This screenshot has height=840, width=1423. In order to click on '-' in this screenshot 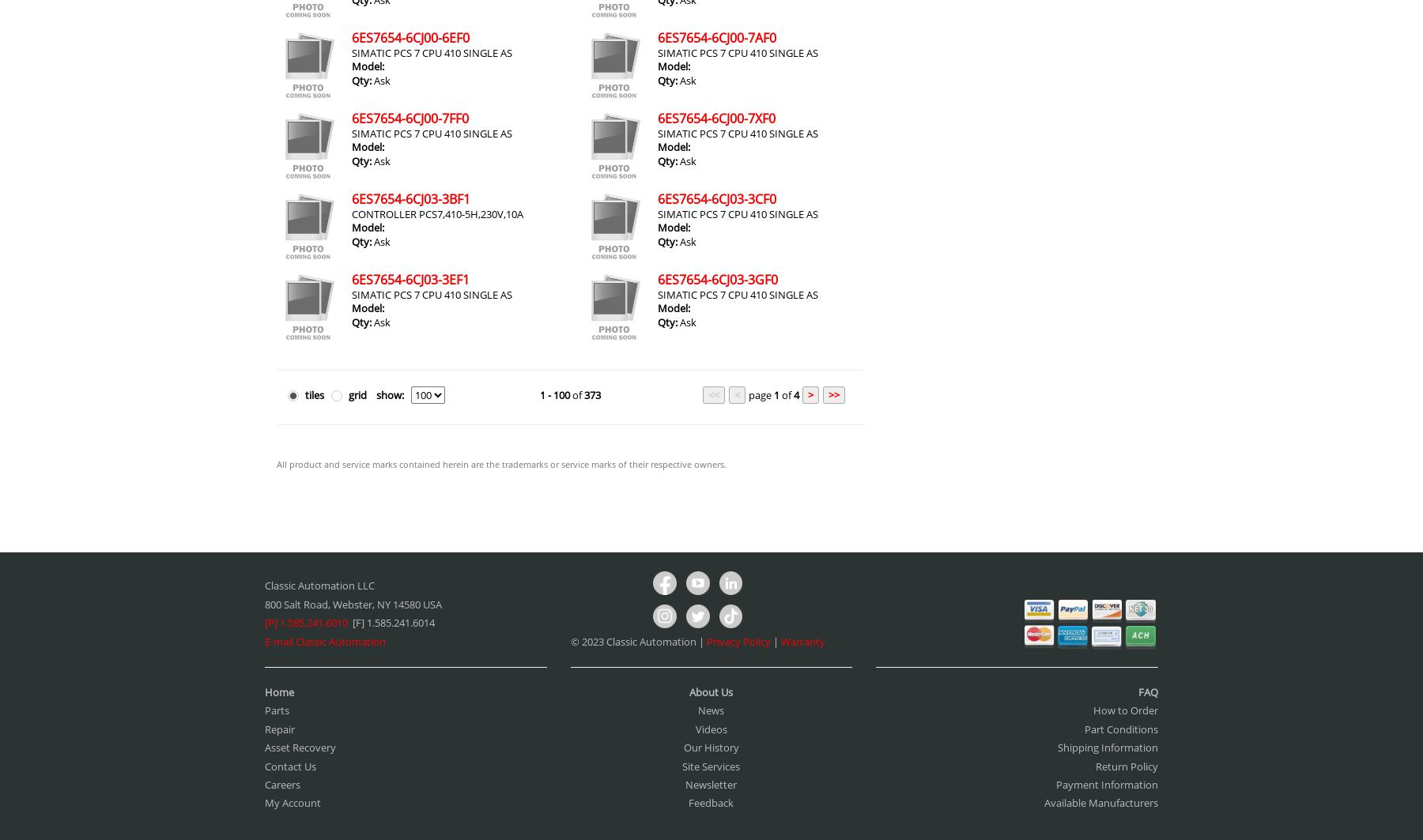, I will do `click(548, 395)`.